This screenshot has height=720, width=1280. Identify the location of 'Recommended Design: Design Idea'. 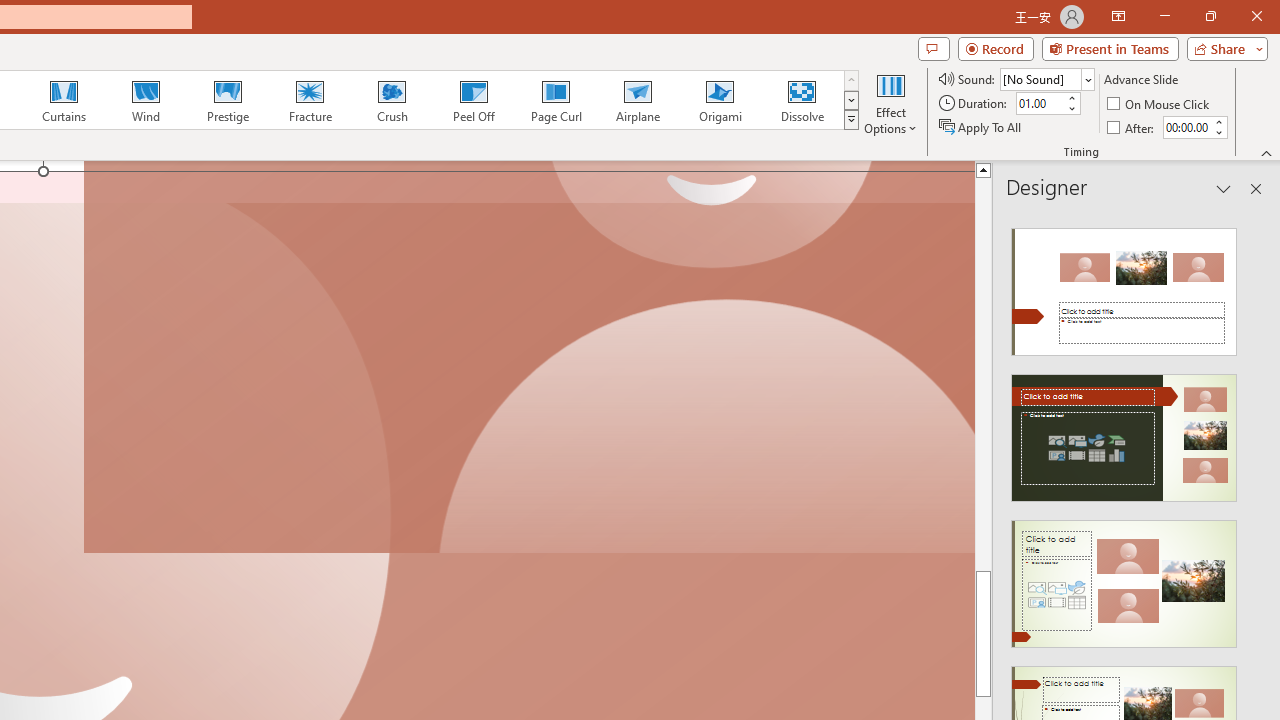
(1124, 286).